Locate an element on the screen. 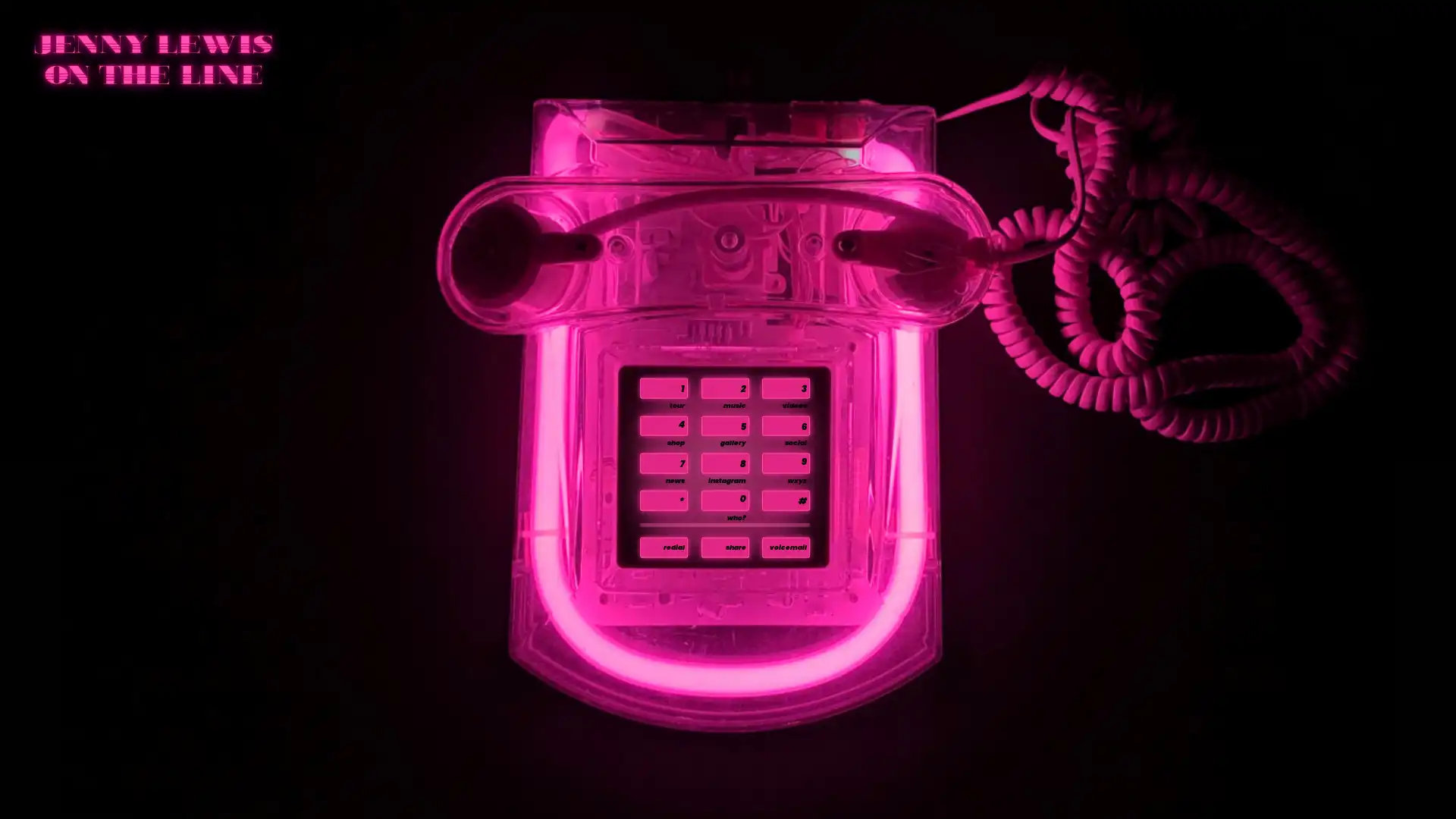 The height and width of the screenshot is (819, 1456). 3 videos is located at coordinates (785, 388).